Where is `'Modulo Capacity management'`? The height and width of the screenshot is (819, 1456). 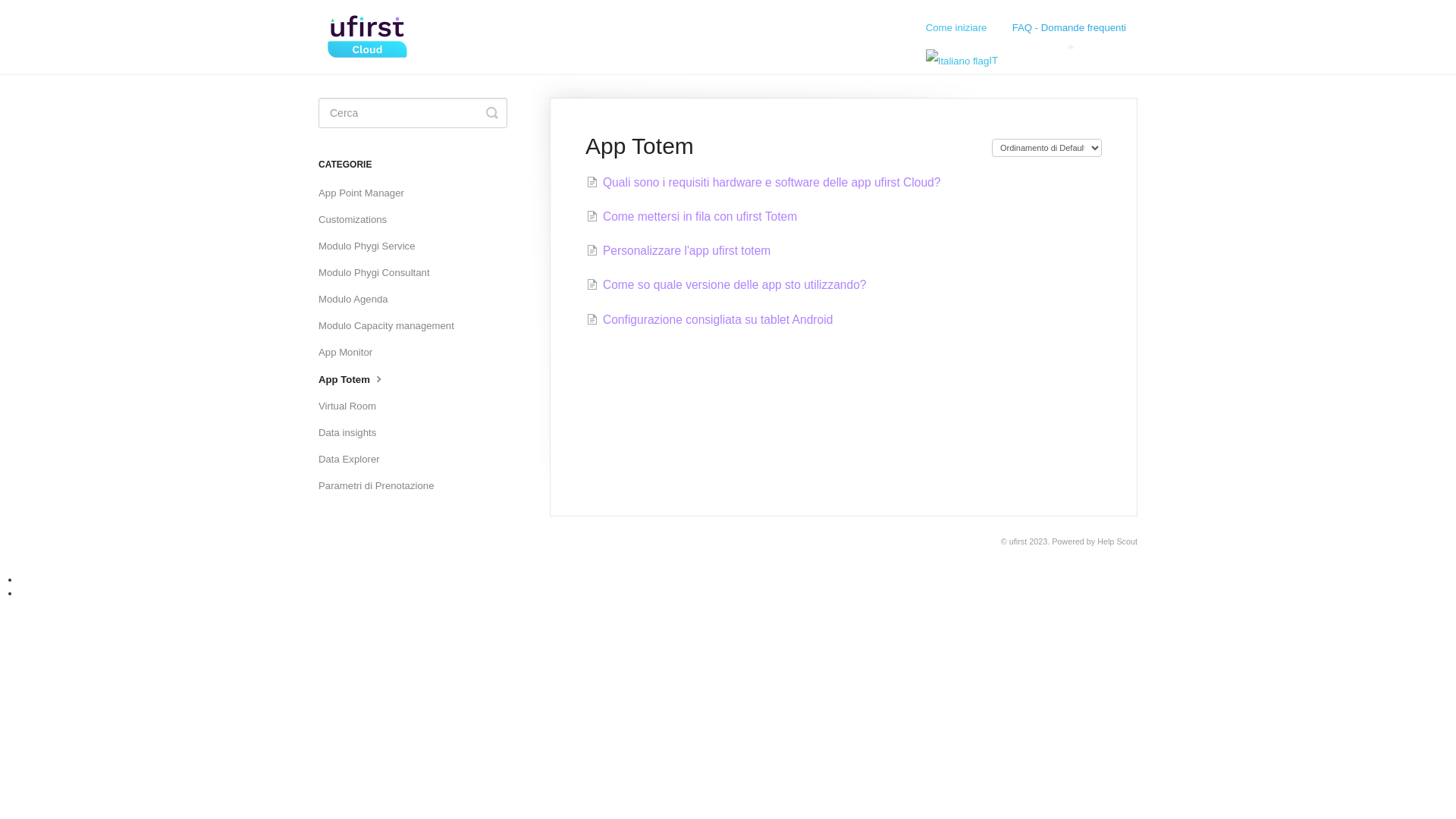 'Modulo Capacity management' is located at coordinates (392, 325).